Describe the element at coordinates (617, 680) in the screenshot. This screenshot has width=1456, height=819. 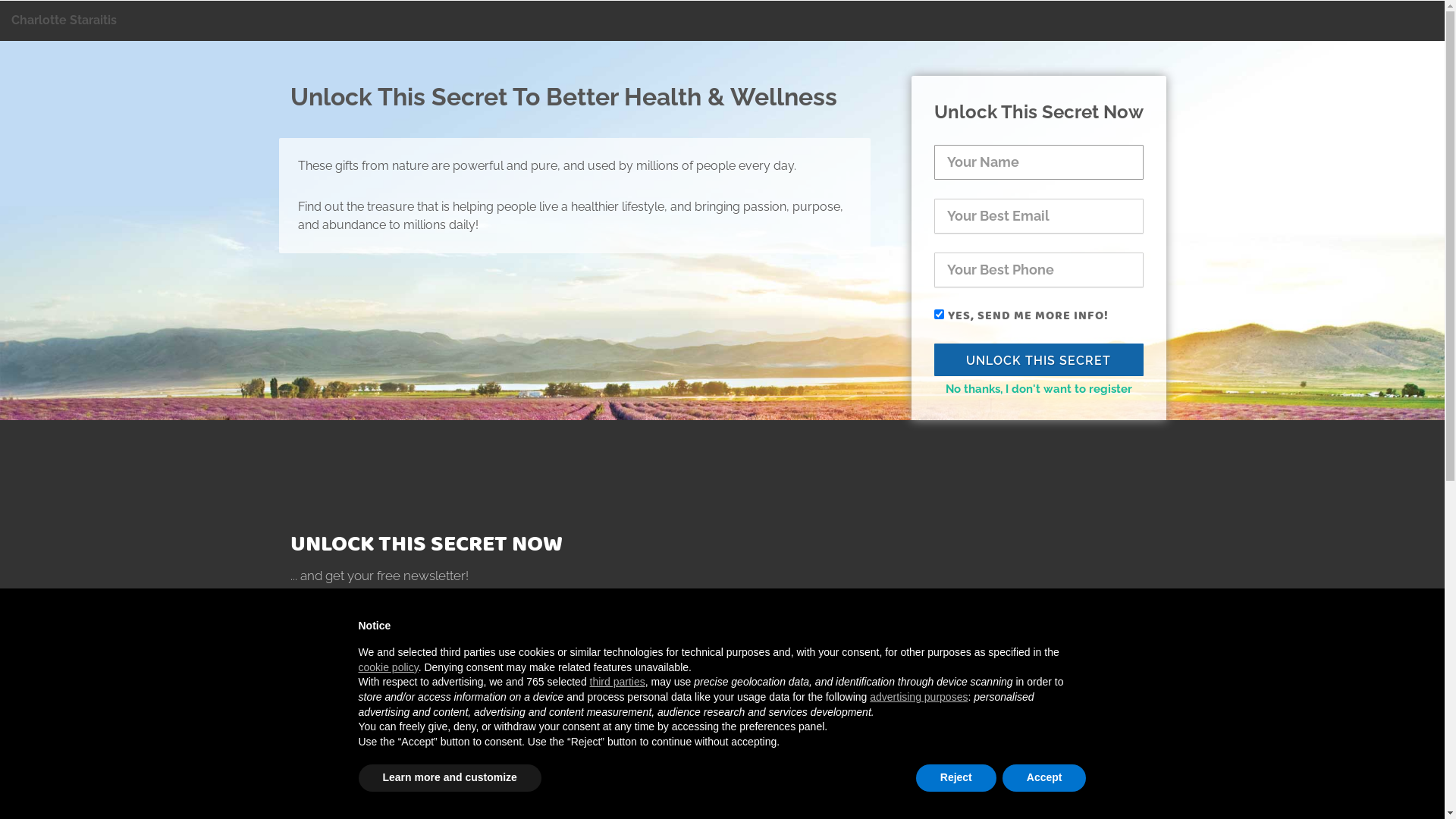
I see `'third parties'` at that location.